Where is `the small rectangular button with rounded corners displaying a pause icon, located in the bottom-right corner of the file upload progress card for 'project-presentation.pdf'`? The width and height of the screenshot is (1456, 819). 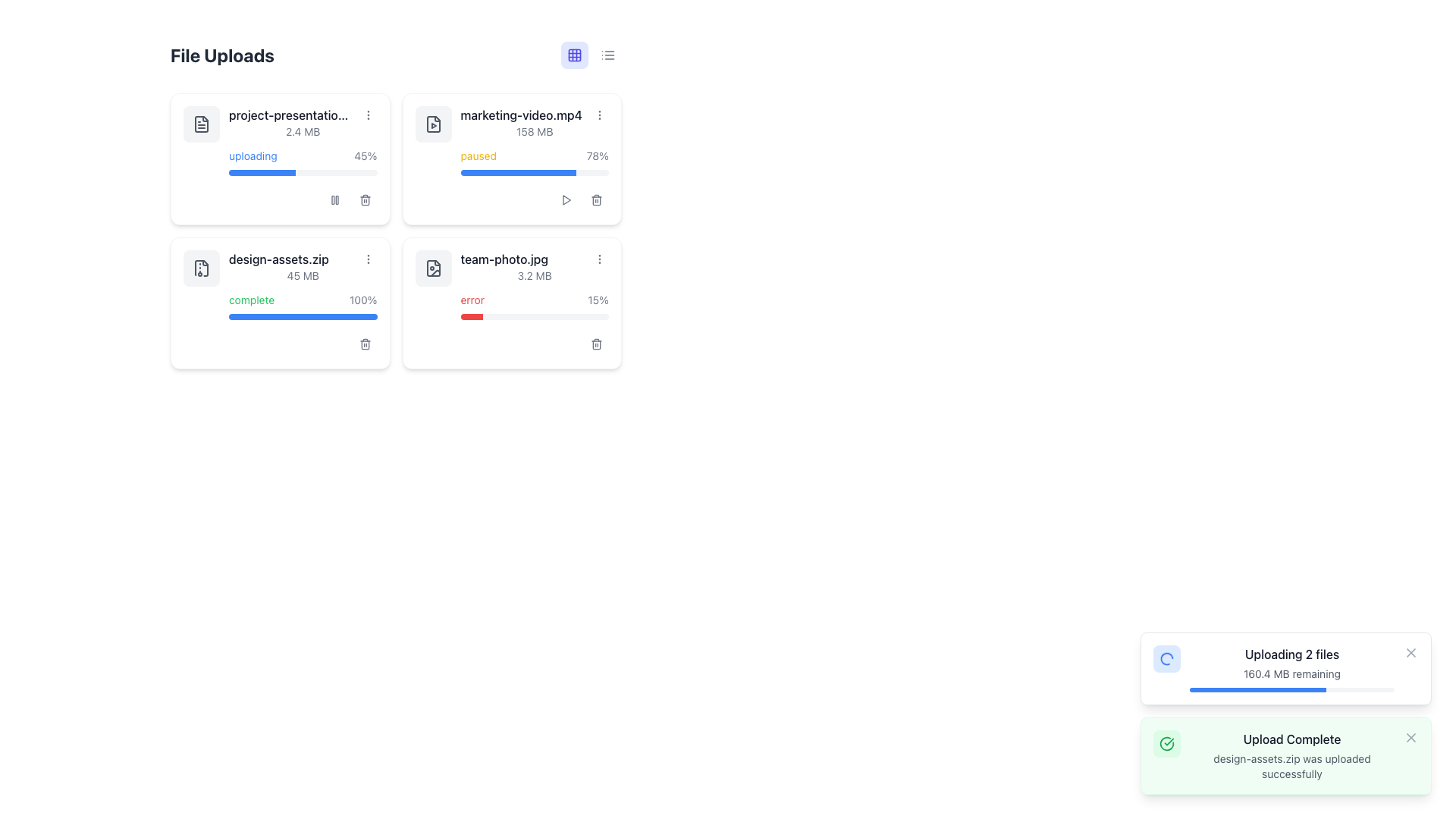
the small rectangular button with rounded corners displaying a pause icon, located in the bottom-right corner of the file upload progress card for 'project-presentation.pdf' is located at coordinates (334, 199).